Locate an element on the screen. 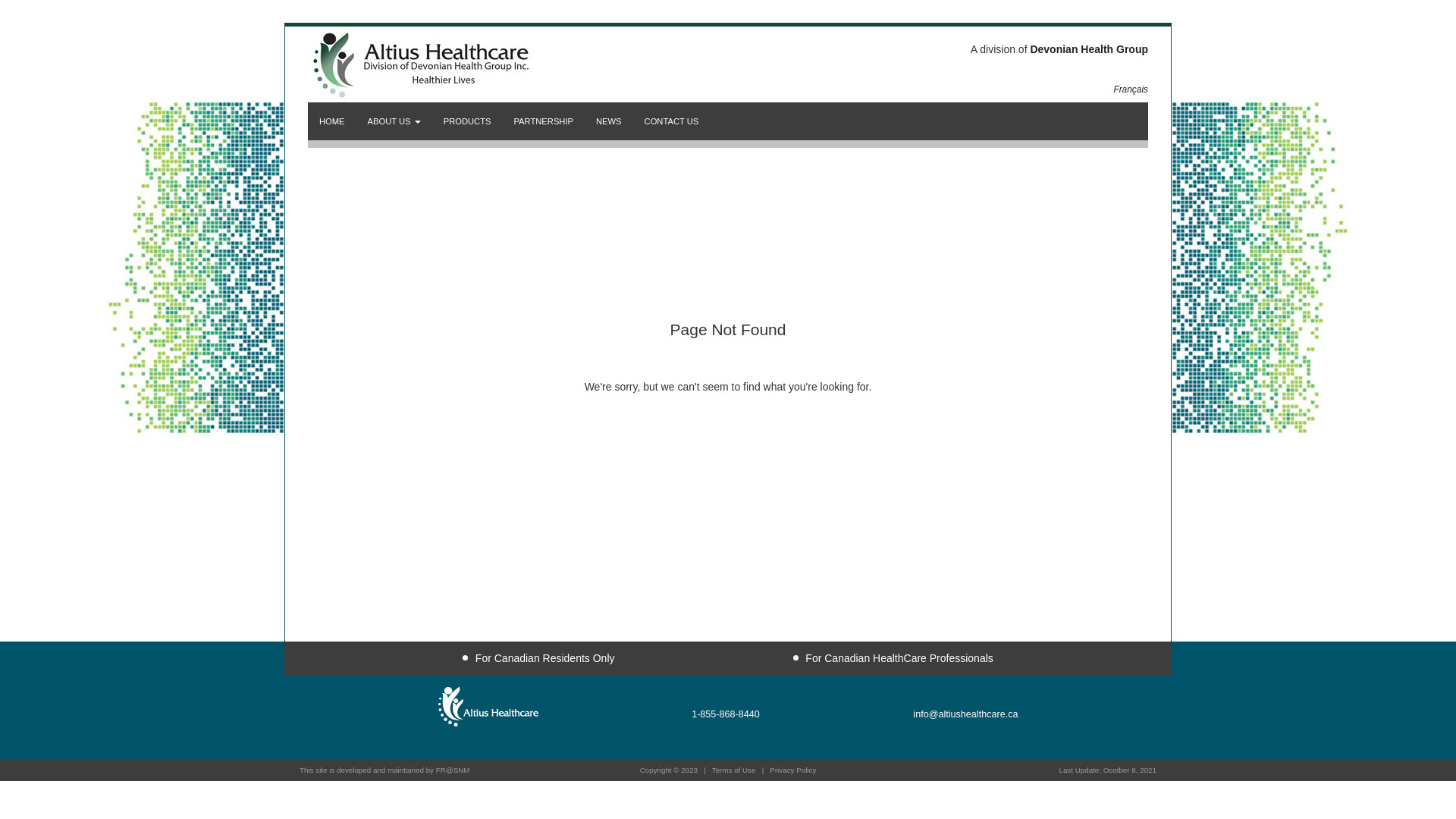 The image size is (1456, 819). 'Privacy Policy' is located at coordinates (792, 770).